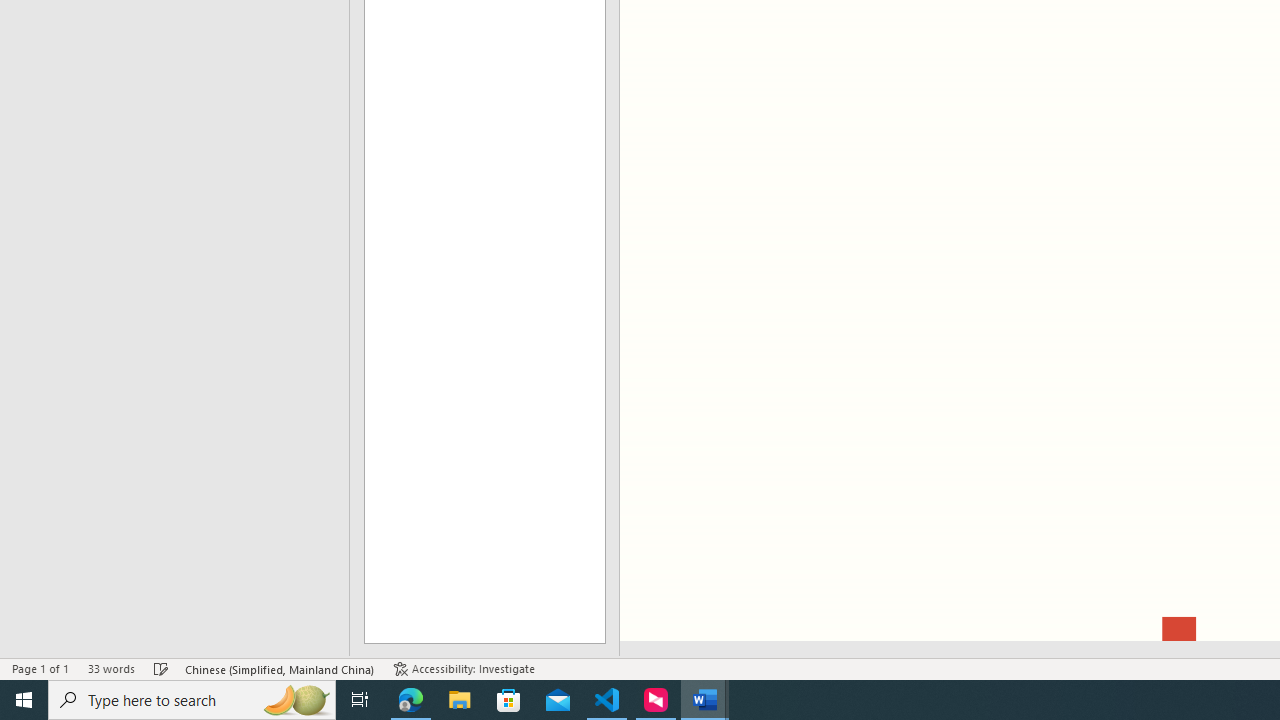 This screenshot has height=720, width=1280. I want to click on 'Page Number Page 1 of 1', so click(40, 669).